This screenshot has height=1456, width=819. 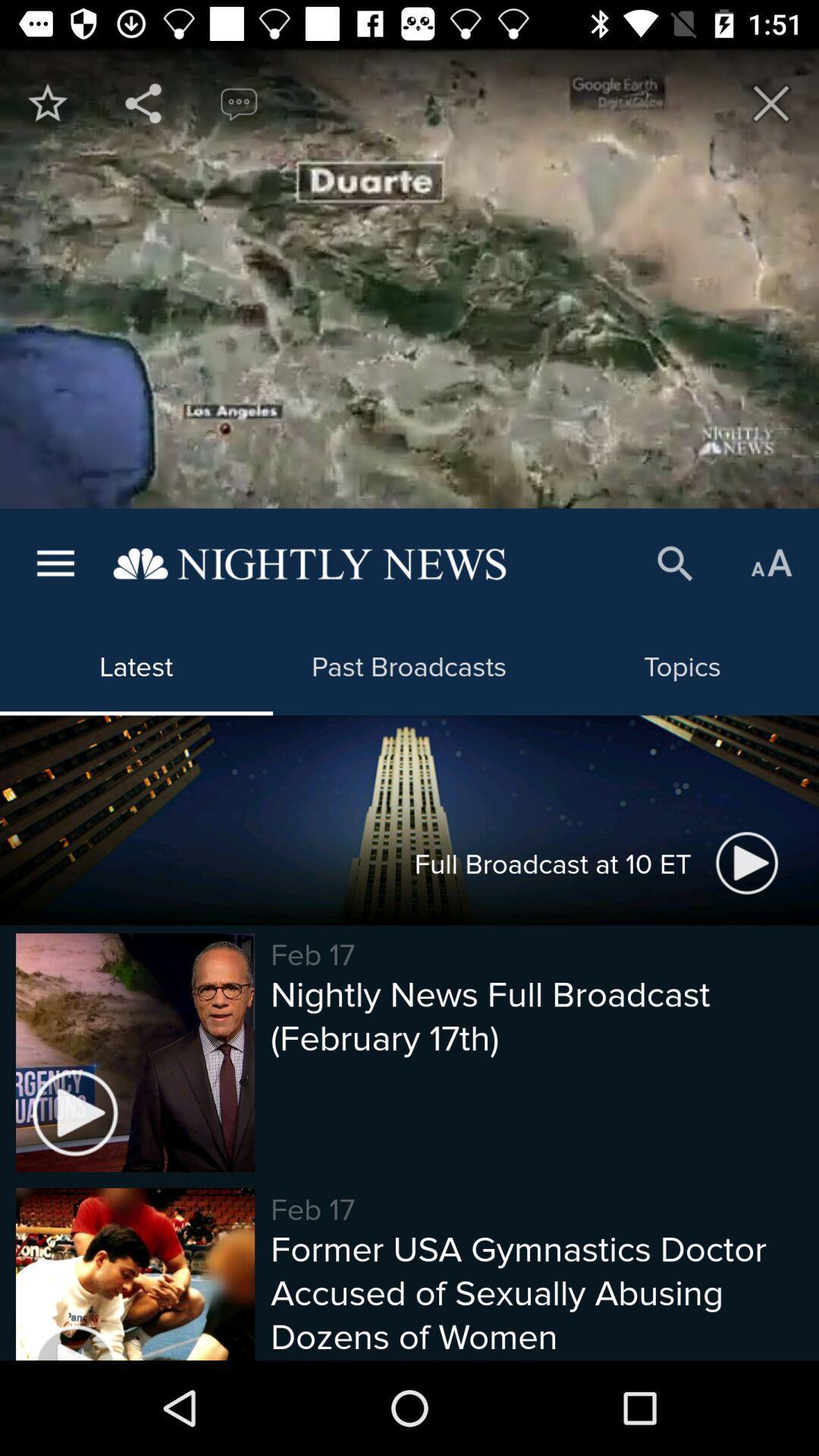 I want to click on message icon at top left, so click(x=239, y=102).